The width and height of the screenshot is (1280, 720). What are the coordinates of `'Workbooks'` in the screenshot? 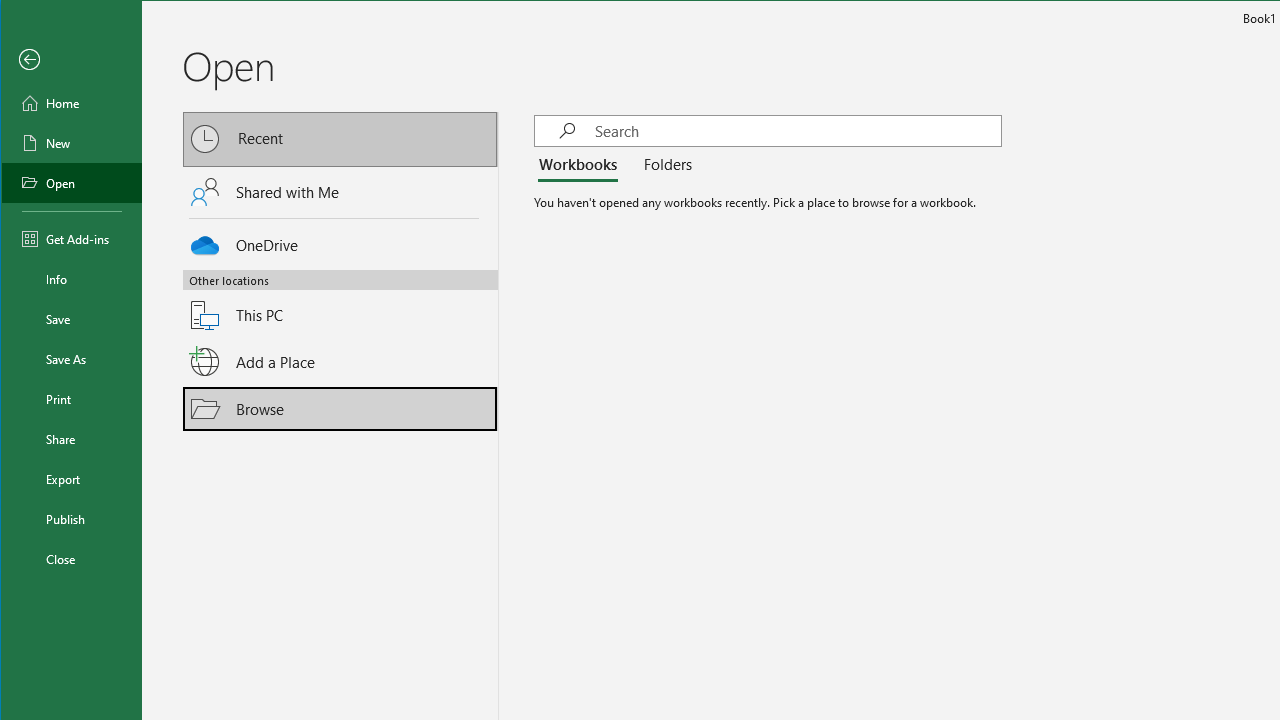 It's located at (580, 164).